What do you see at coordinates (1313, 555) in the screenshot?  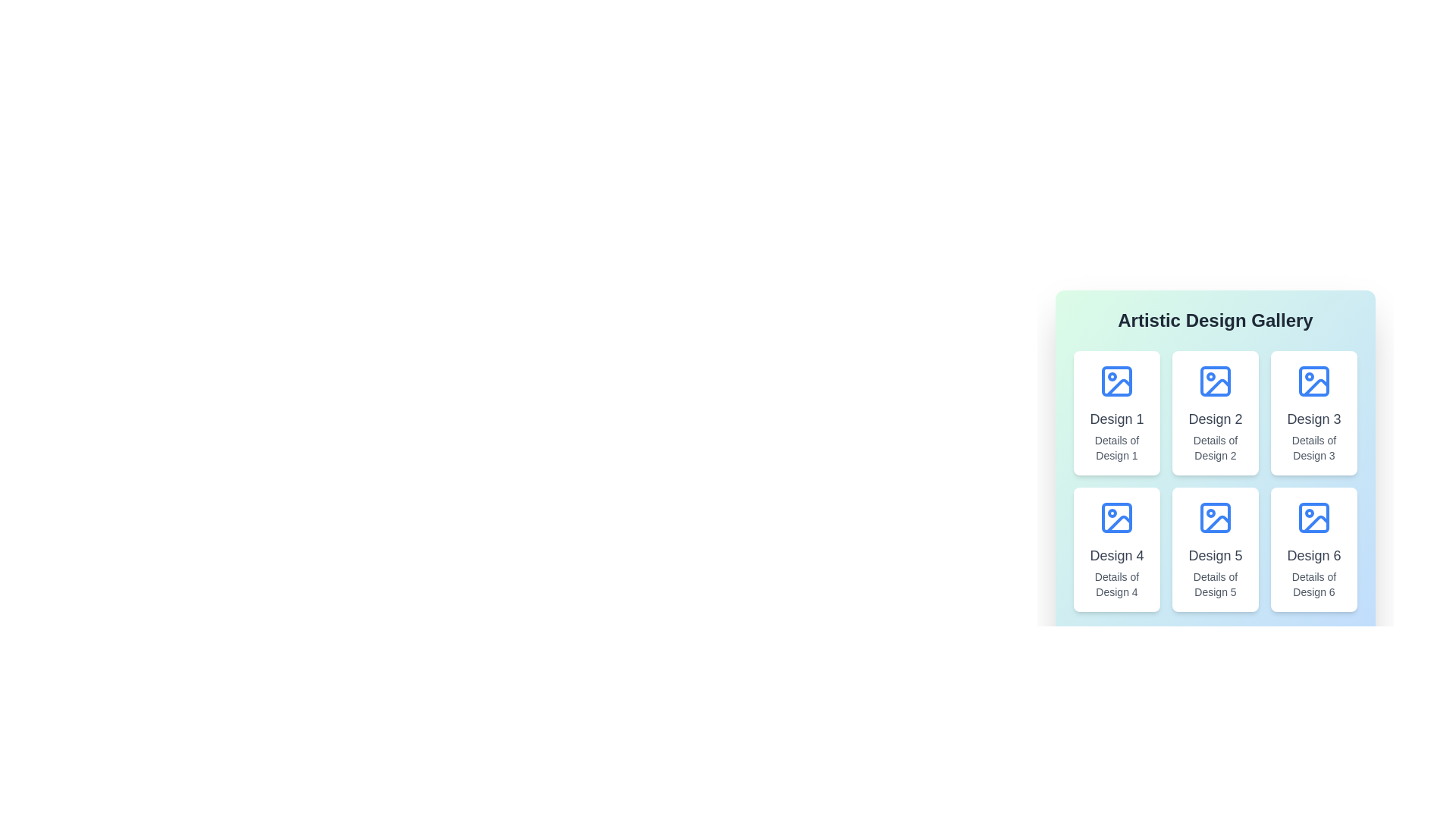 I see `the Text Label that serves as a title or heading for the design card in the bottom row of a 3x2 grid, located in the rightmost column` at bounding box center [1313, 555].